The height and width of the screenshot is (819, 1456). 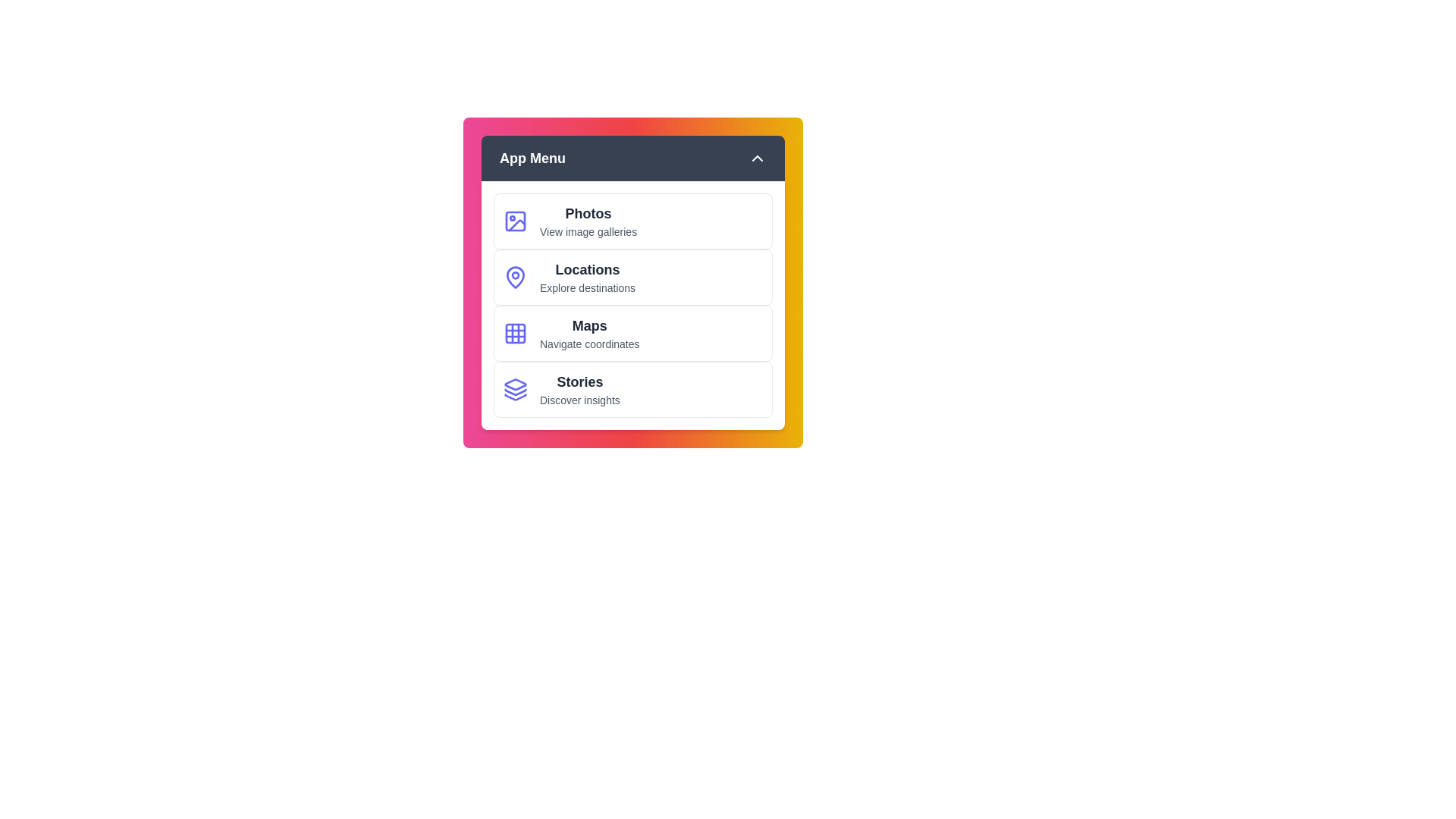 I want to click on the icon associated with the menu item 'Photos', so click(x=516, y=221).